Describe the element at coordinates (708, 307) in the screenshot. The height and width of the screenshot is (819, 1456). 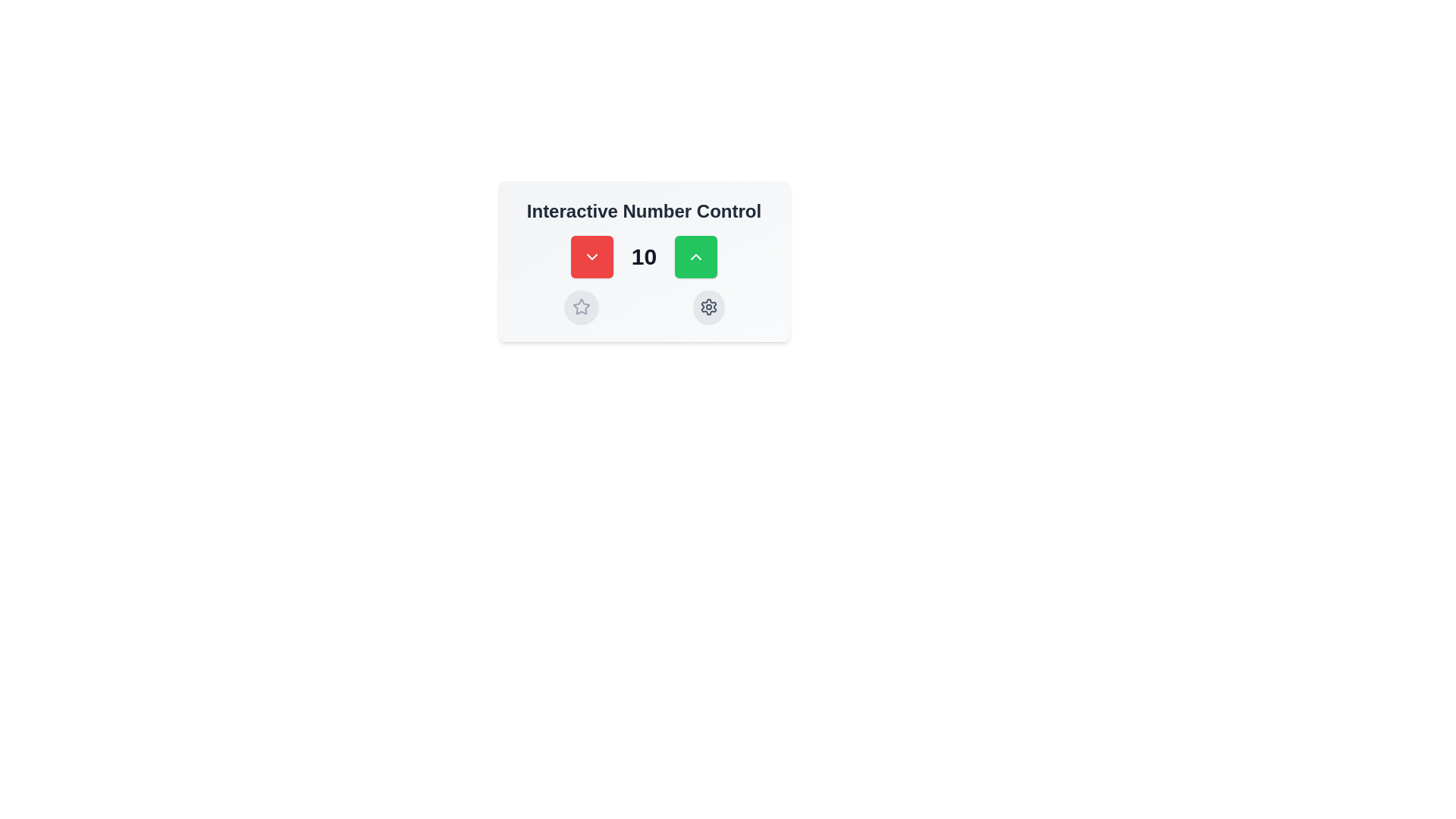
I see `the circular button with a light gray background and a centered dark gray gear icon` at that location.